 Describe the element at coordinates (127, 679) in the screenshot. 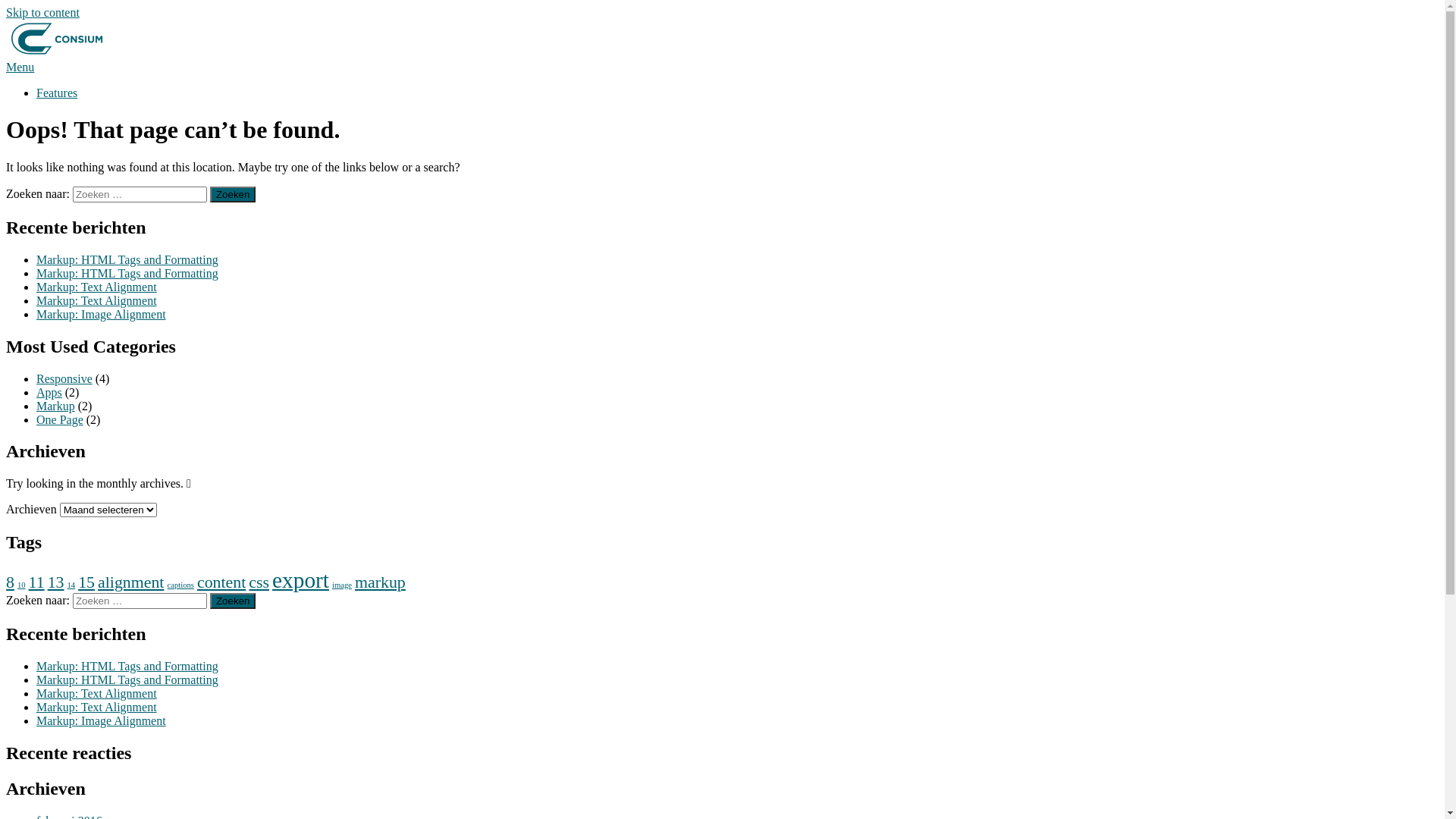

I see `'Markup: HTML Tags and Formatting'` at that location.